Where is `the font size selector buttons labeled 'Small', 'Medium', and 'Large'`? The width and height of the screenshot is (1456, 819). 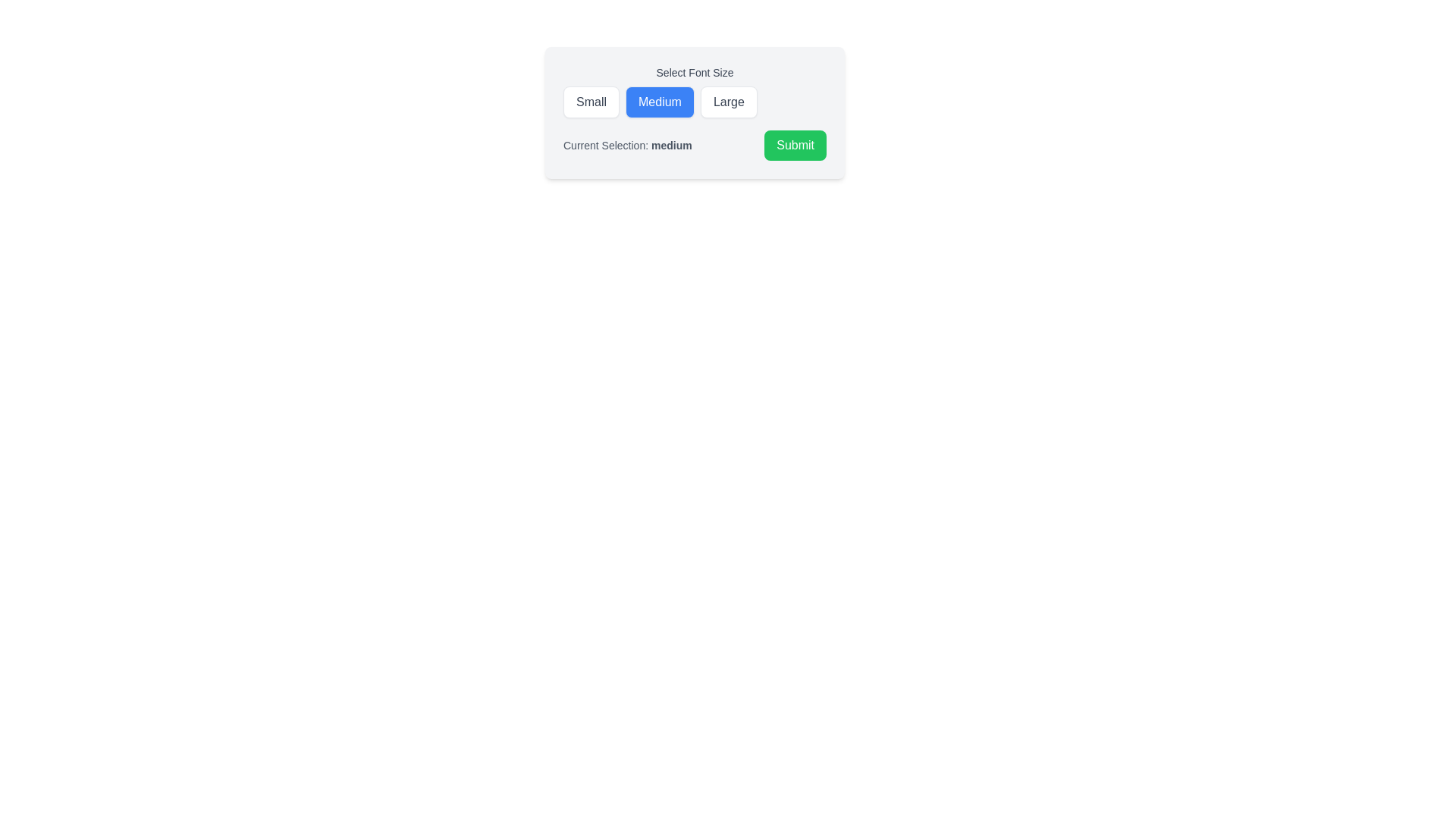
the font size selector buttons labeled 'Small', 'Medium', and 'Large' is located at coordinates (694, 91).